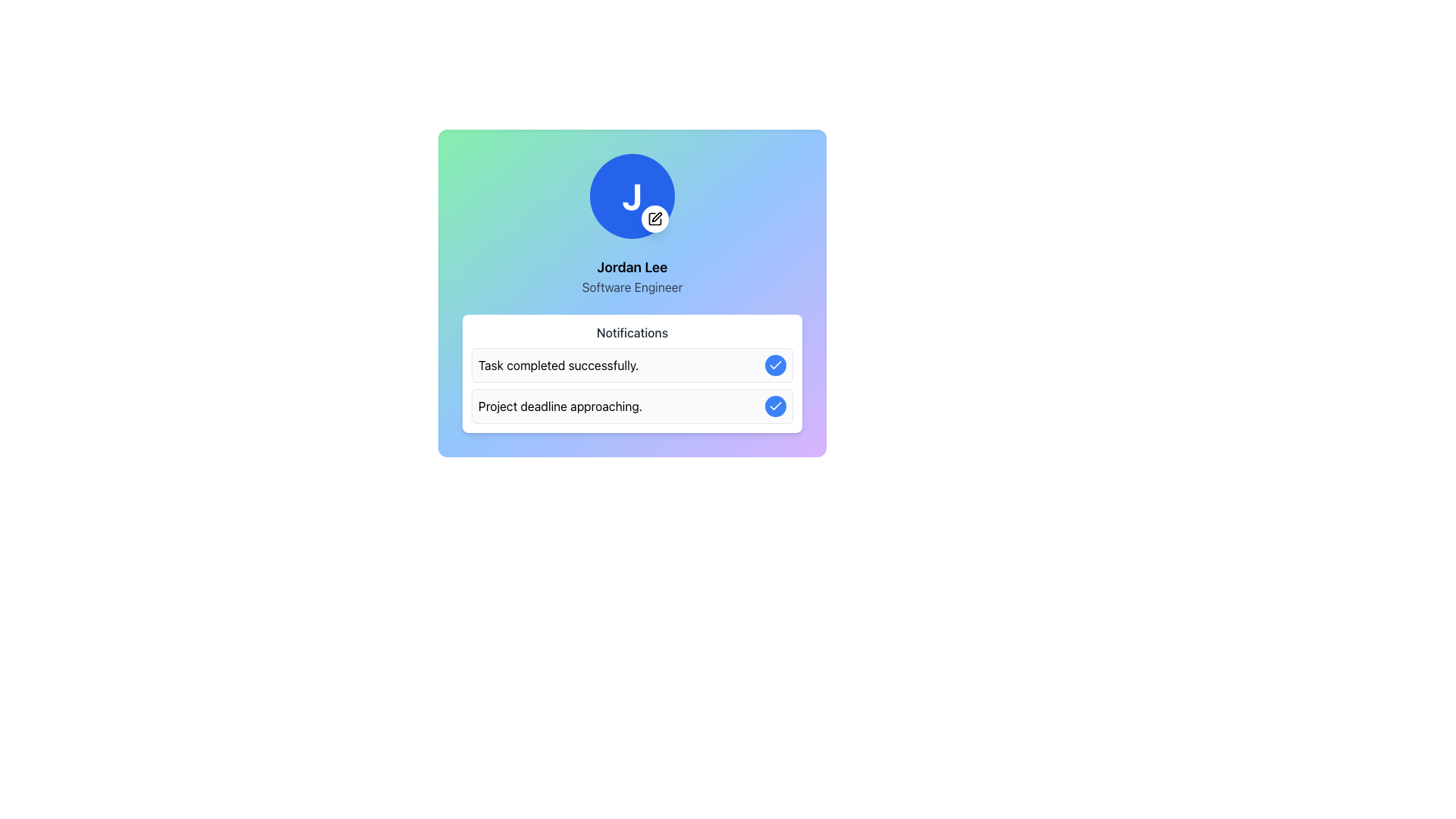 This screenshot has height=819, width=1456. I want to click on the text element displaying 'Task completed successfully.' which is located at the top of the notification box, near the blue circular checkmark icon, so click(557, 366).